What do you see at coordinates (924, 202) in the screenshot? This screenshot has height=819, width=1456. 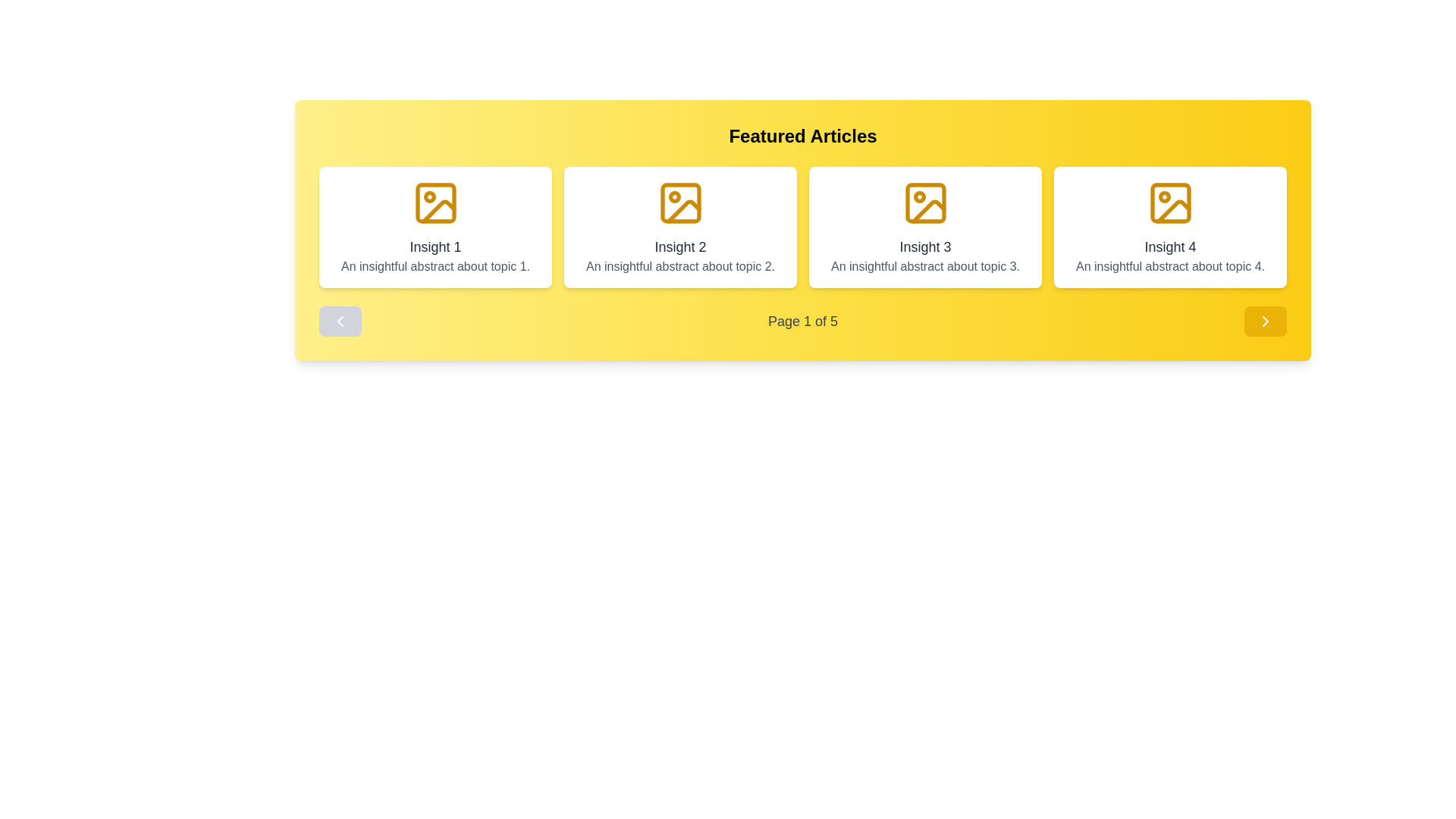 I see `the prominent yellow icon located in the third card titled 'Insight 3' within the horizontally aligned set of visual panels` at bounding box center [924, 202].